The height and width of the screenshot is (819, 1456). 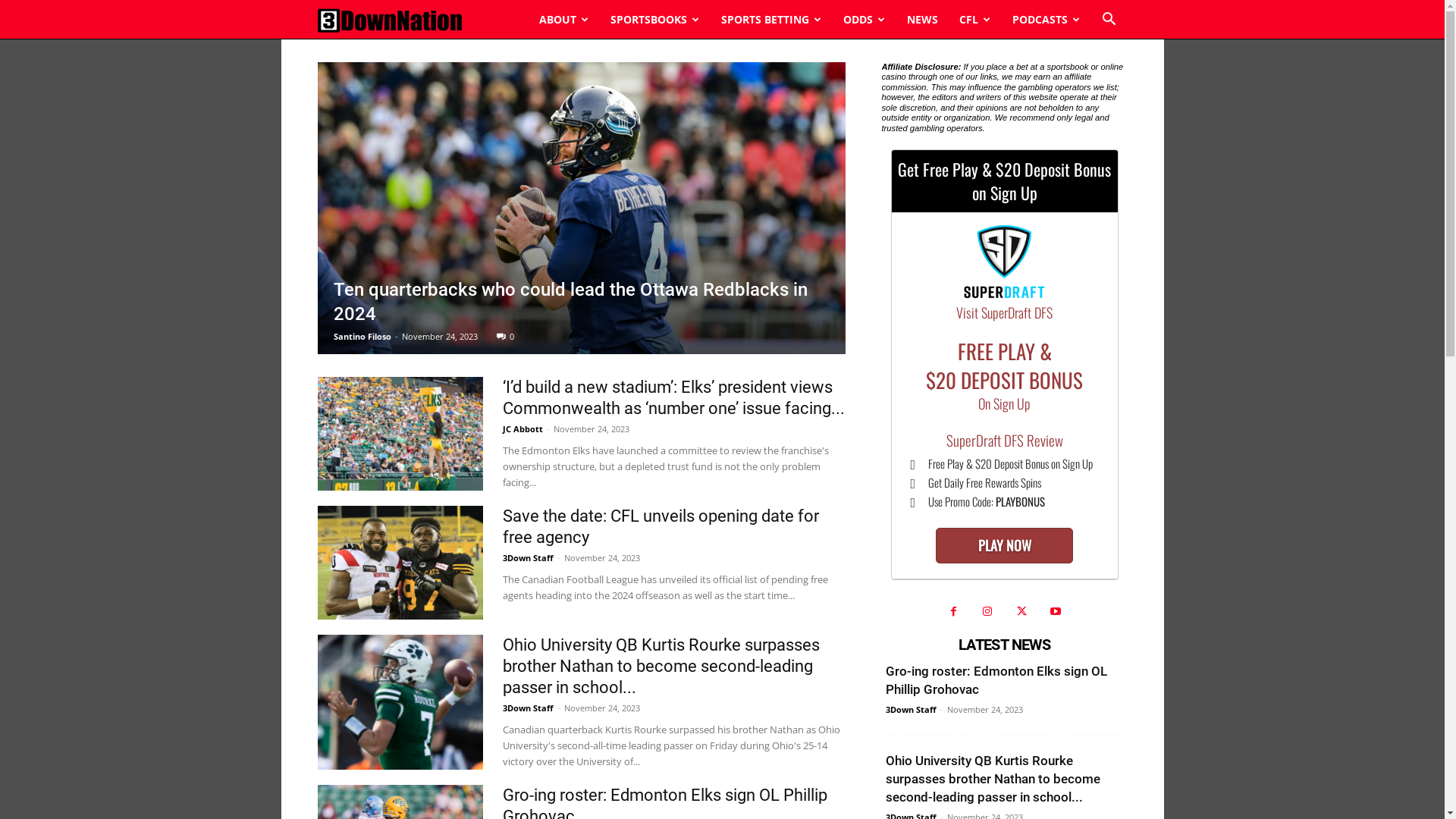 What do you see at coordinates (987, 611) in the screenshot?
I see `'Instagram'` at bounding box center [987, 611].